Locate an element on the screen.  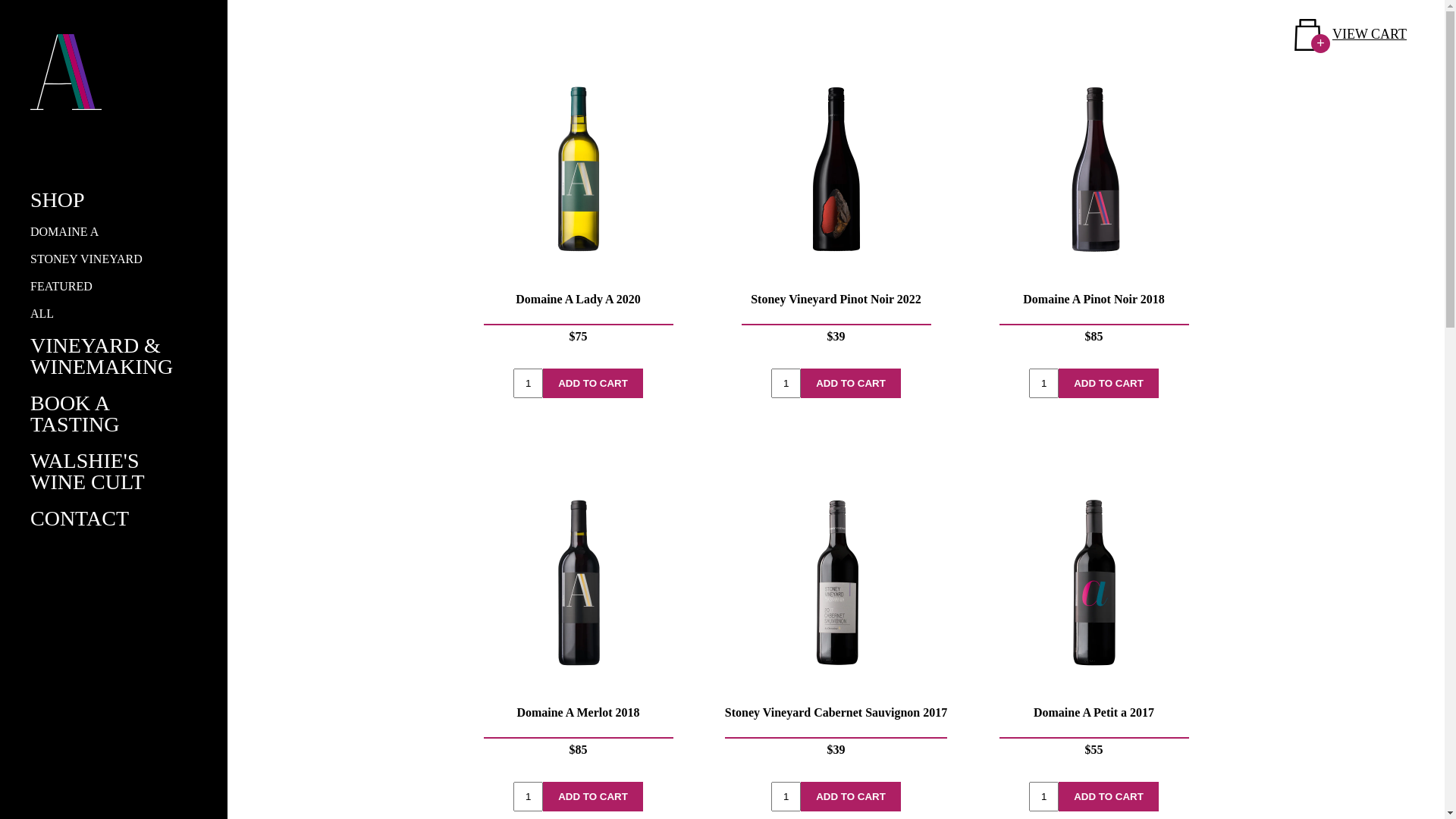
'ADD TO CART' is located at coordinates (592, 795).